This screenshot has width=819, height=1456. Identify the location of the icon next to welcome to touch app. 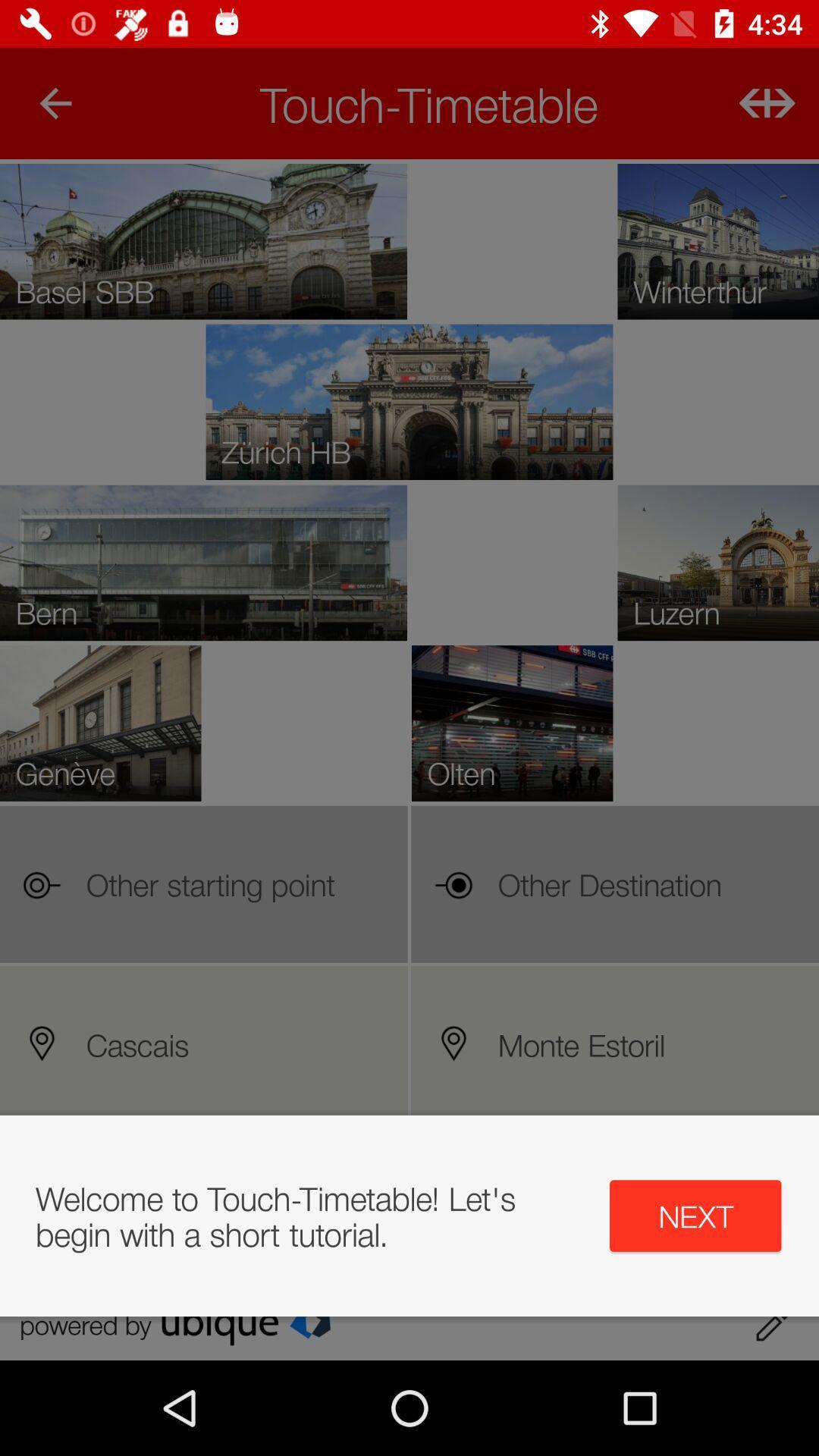
(695, 1216).